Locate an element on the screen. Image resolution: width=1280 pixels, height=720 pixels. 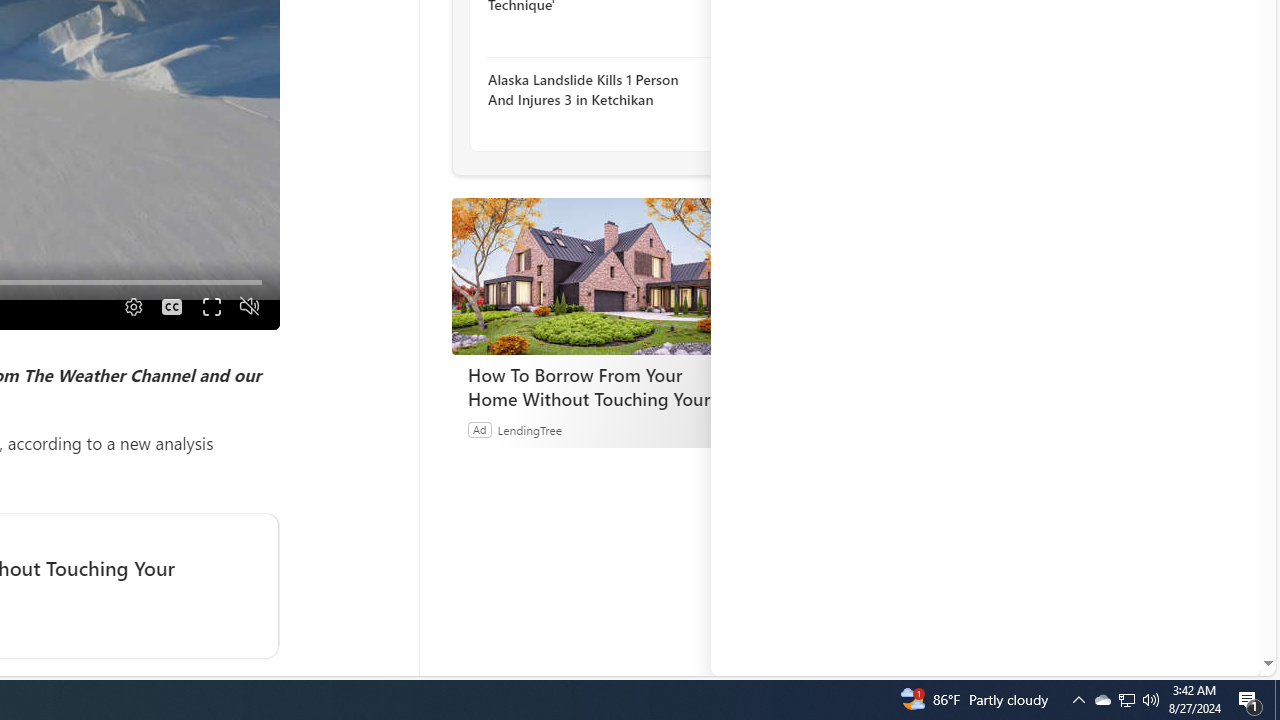
'Ad' is located at coordinates (478, 428).